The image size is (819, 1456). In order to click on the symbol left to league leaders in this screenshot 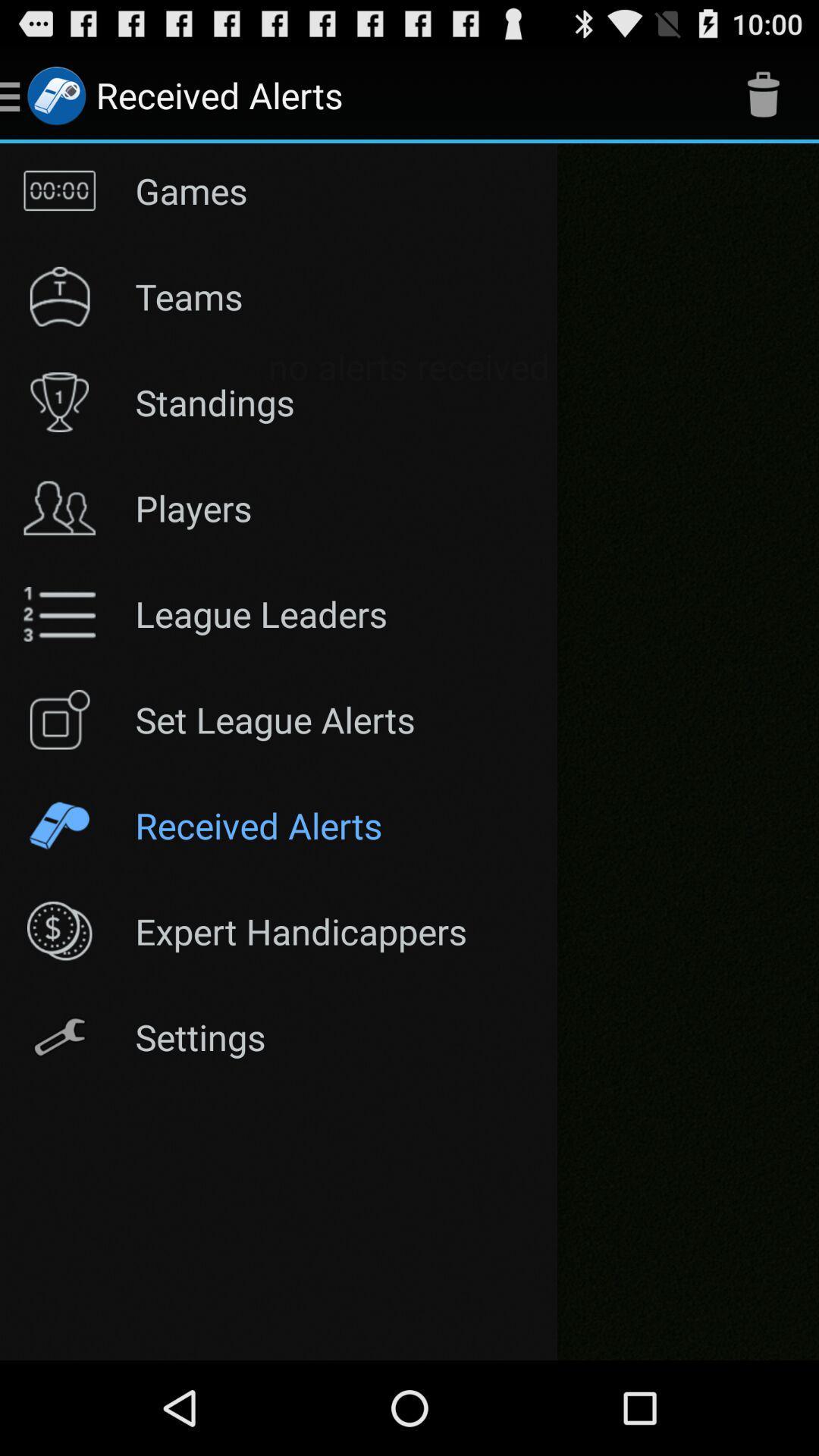, I will do `click(58, 613)`.